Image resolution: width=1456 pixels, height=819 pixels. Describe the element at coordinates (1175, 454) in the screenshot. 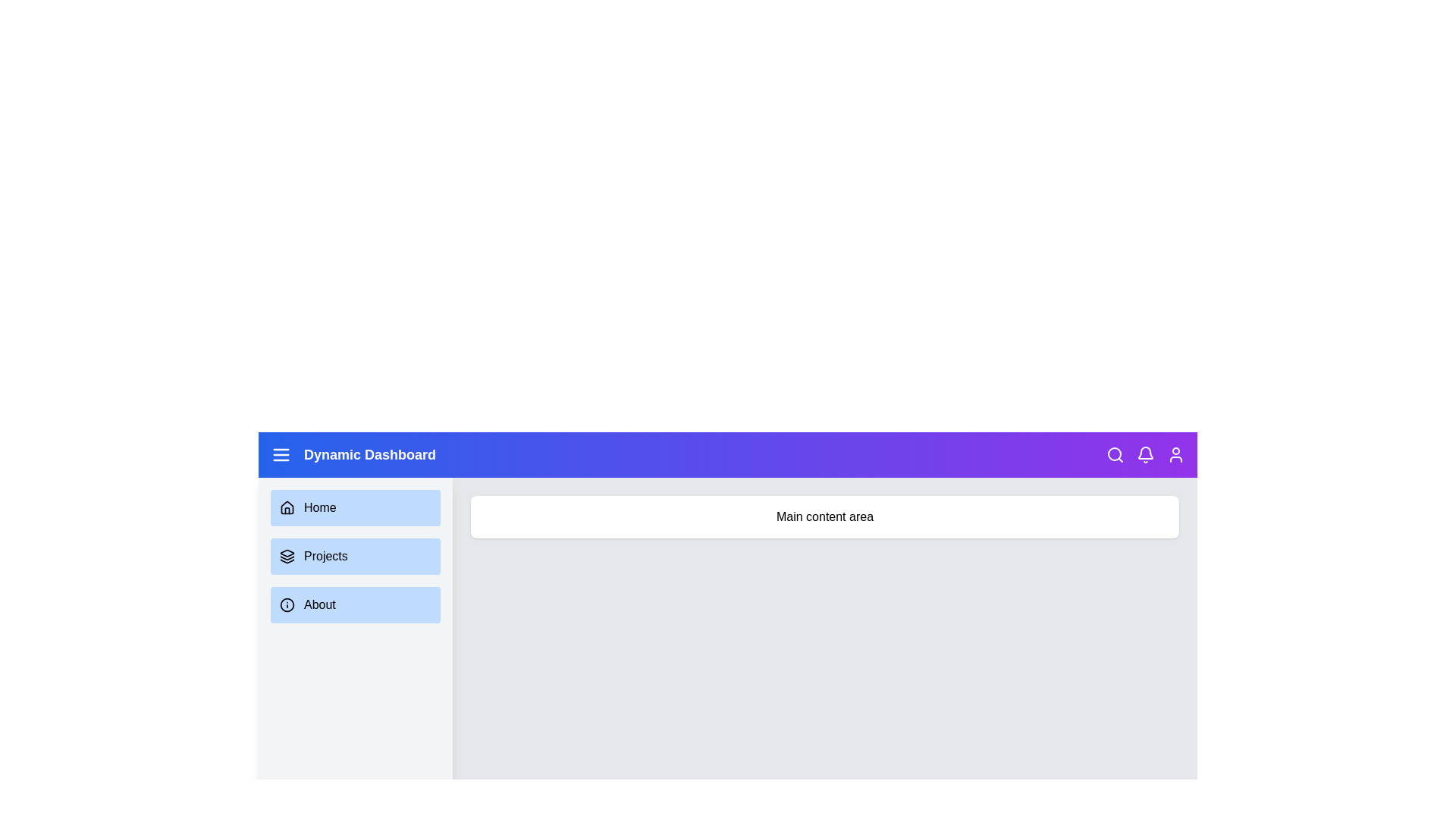

I see `the user icon to access user-related actions` at that location.